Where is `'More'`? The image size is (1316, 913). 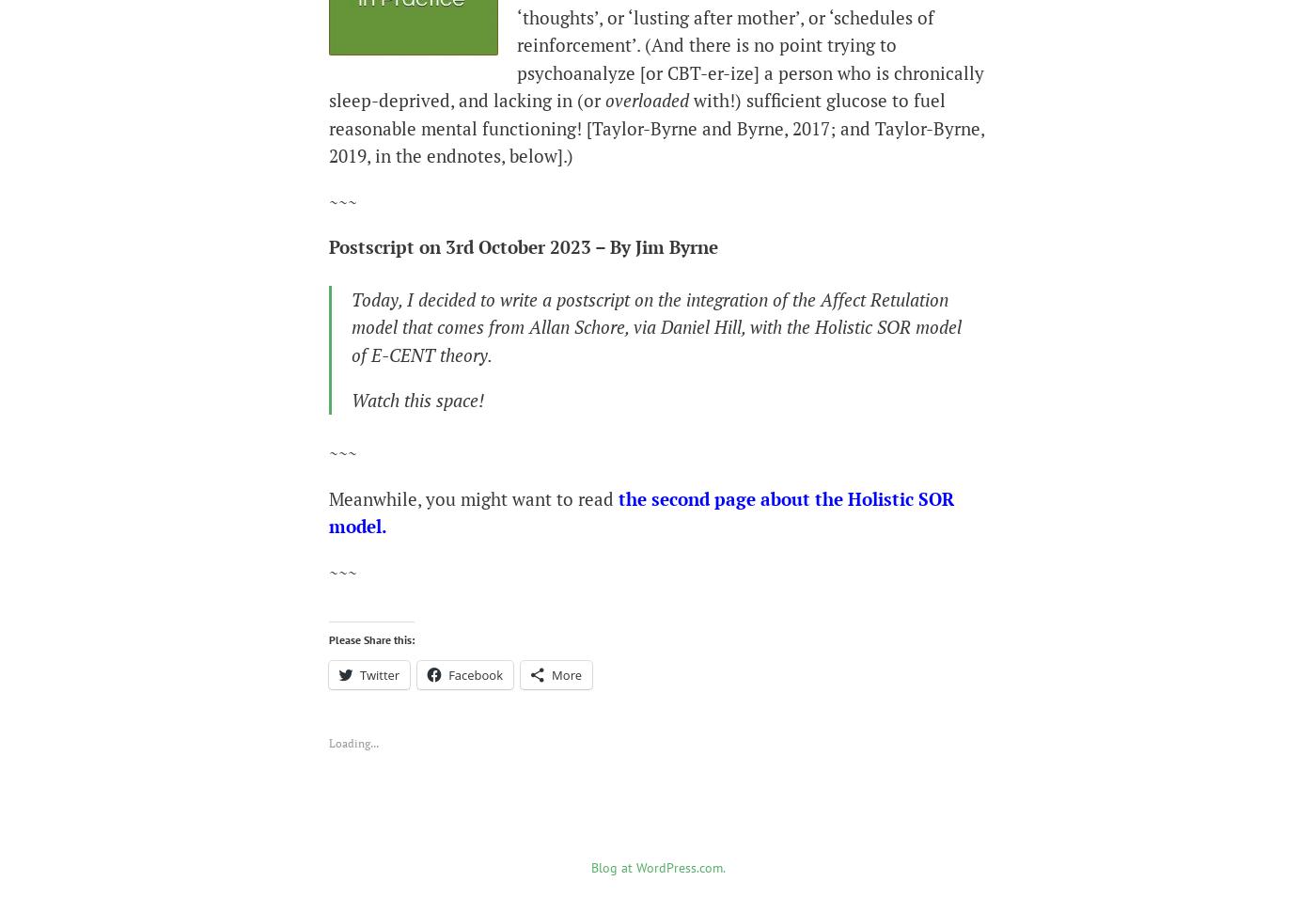 'More' is located at coordinates (566, 672).